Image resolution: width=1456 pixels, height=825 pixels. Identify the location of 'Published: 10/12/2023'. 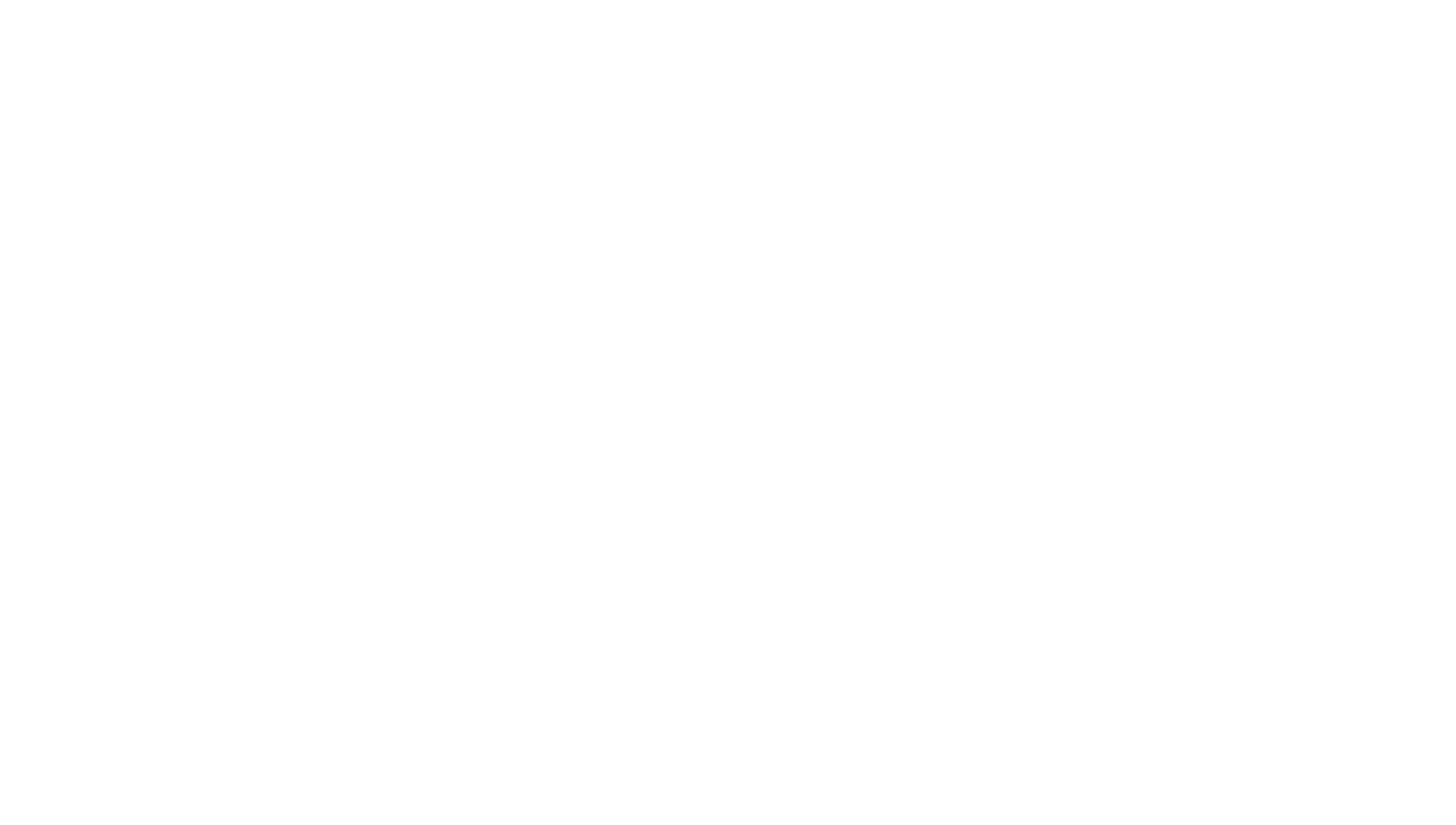
(629, 712).